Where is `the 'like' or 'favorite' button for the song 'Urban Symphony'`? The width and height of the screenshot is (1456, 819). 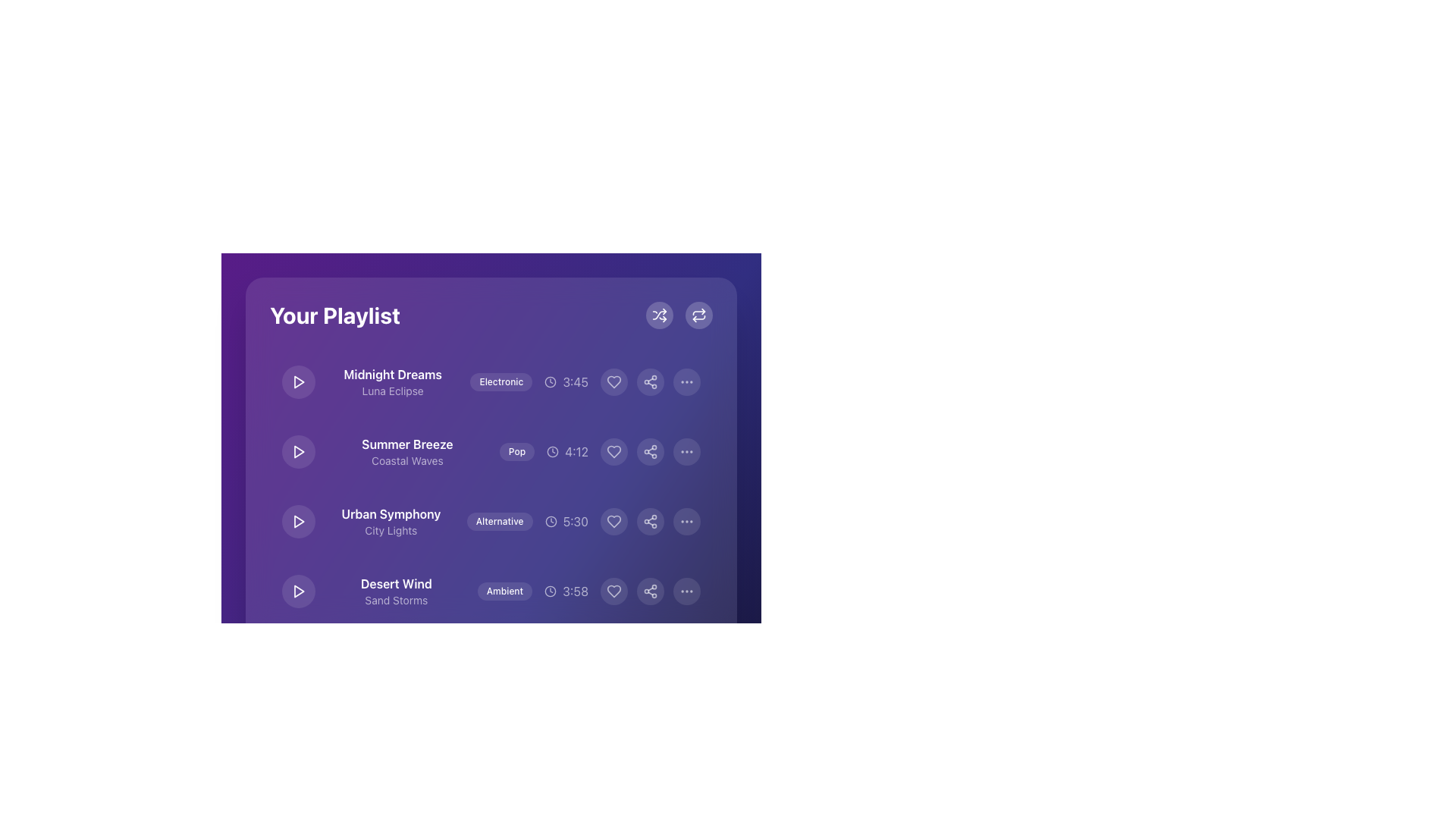
the 'like' or 'favorite' button for the song 'Urban Symphony' is located at coordinates (614, 520).